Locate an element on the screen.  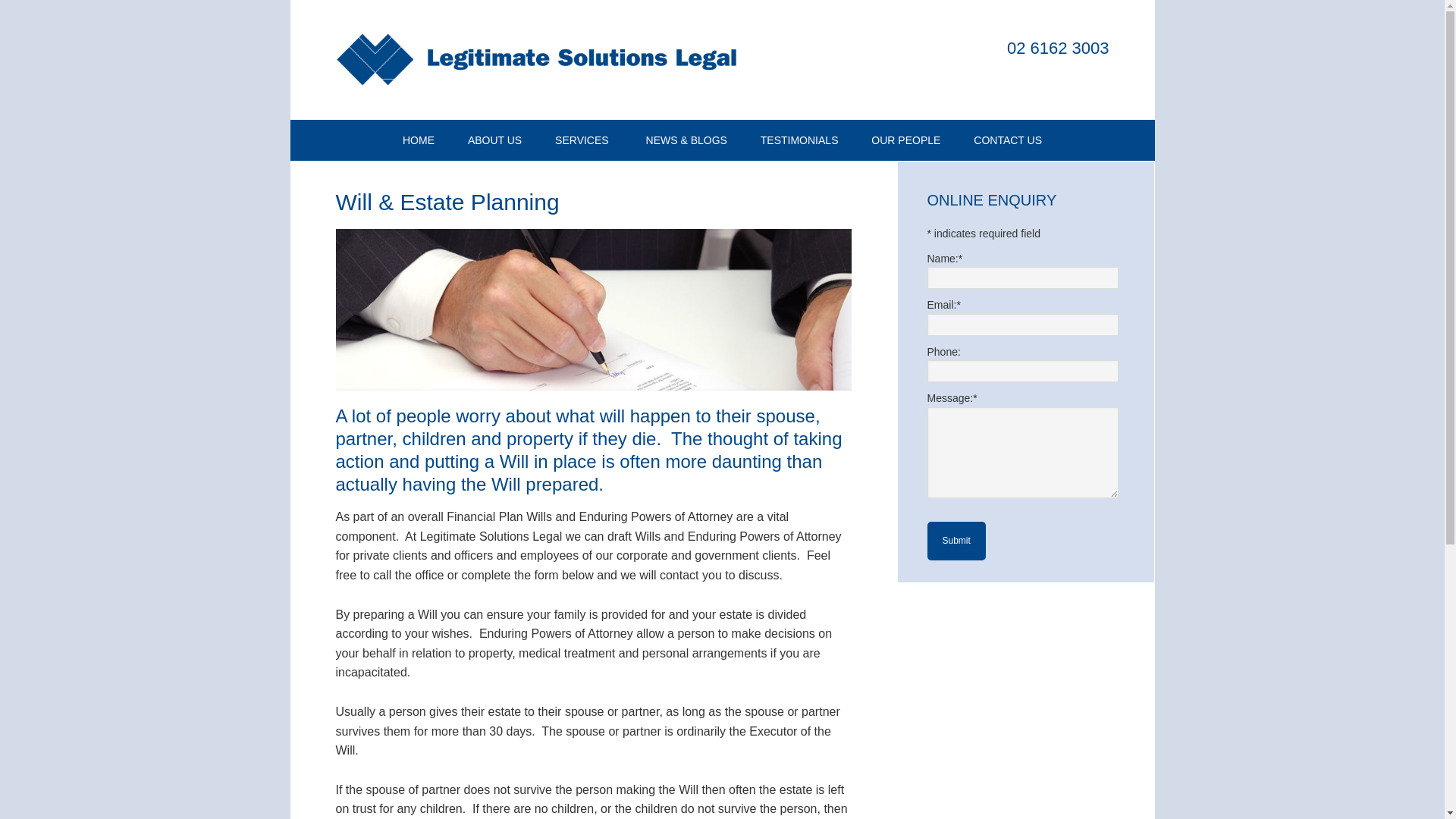
'SERVICES' is located at coordinates (582, 140).